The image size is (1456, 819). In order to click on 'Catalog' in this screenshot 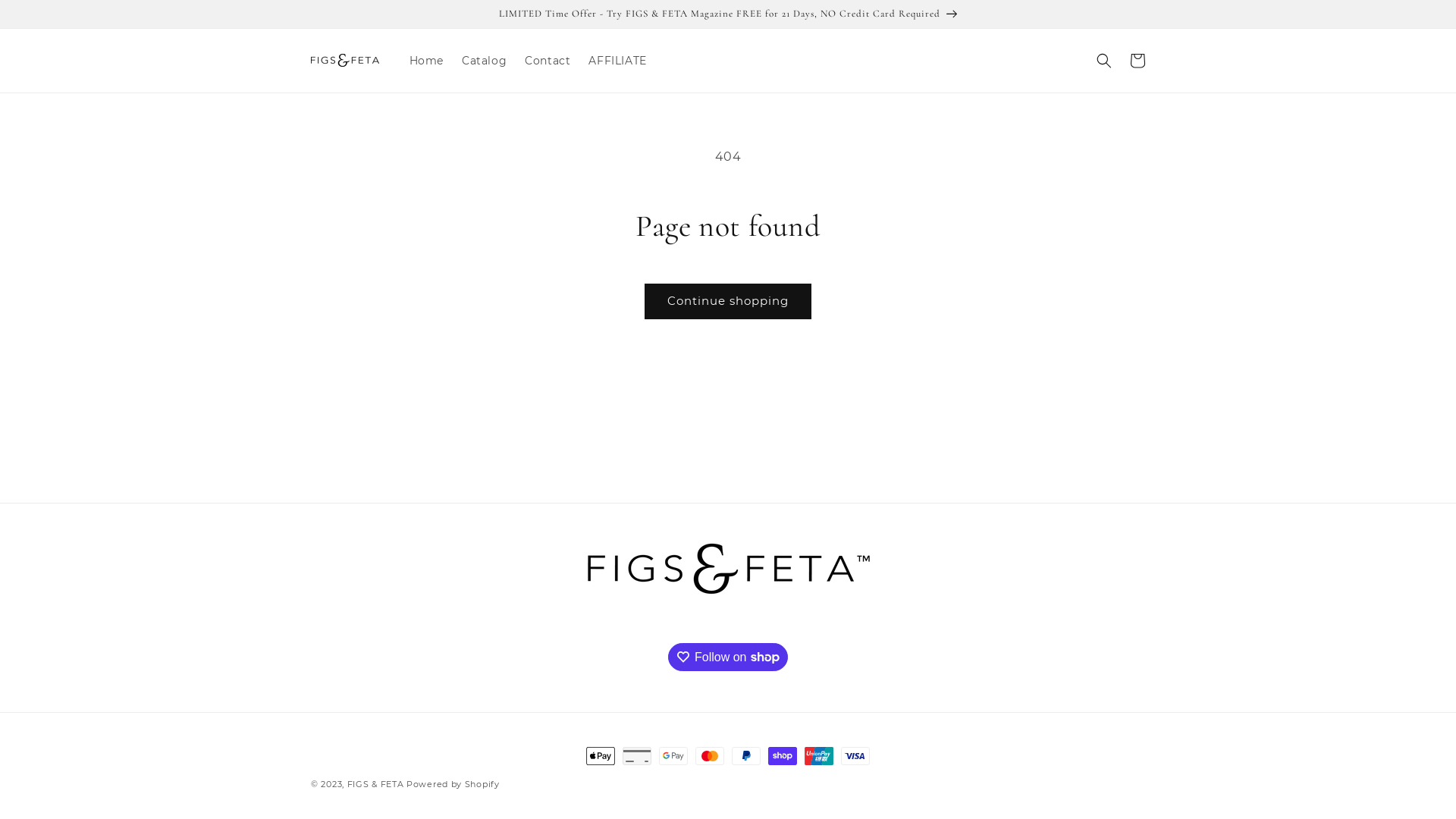, I will do `click(483, 60)`.